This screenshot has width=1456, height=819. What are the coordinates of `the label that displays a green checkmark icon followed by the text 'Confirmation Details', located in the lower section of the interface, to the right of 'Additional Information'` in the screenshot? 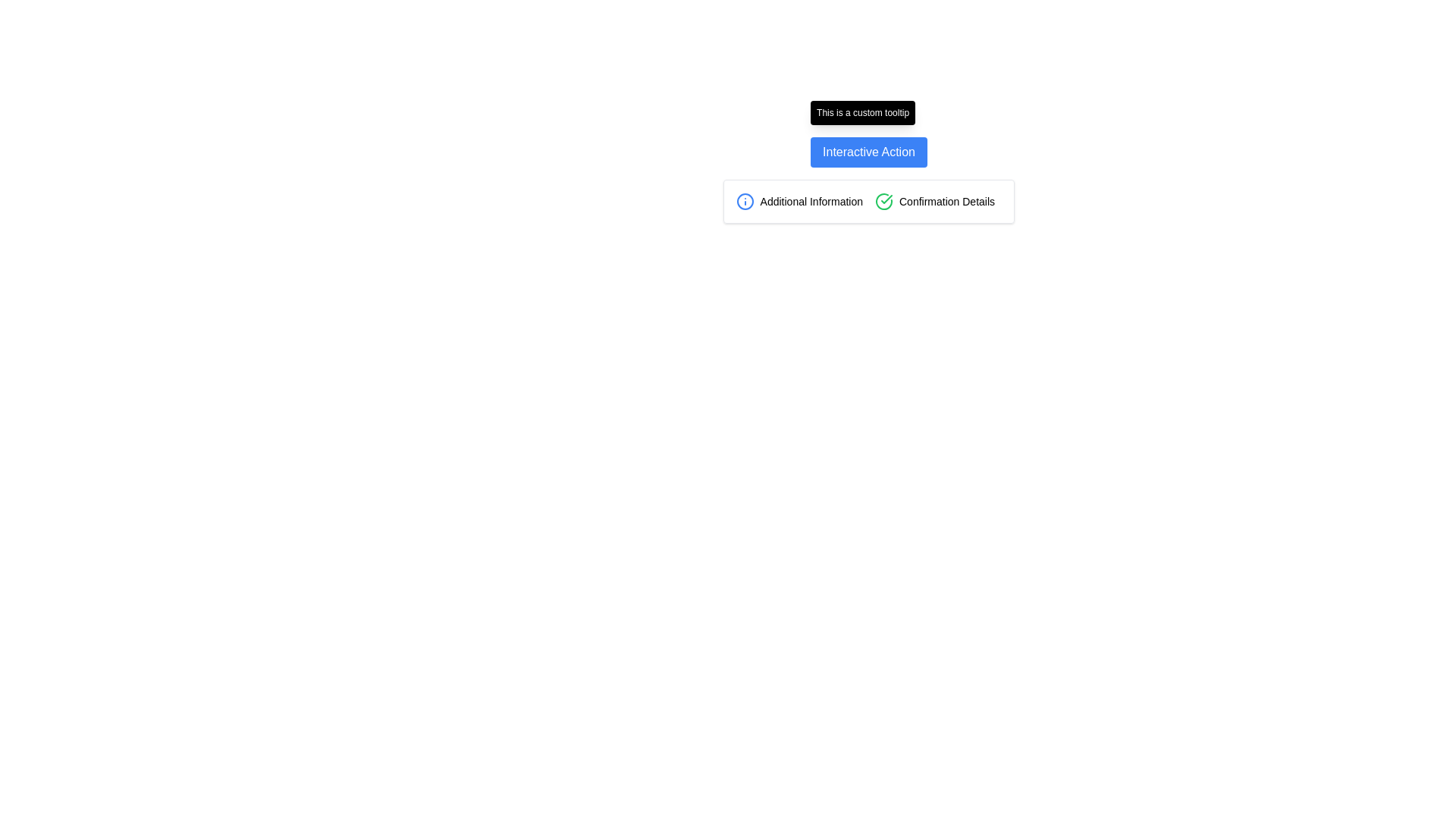 It's located at (937, 201).